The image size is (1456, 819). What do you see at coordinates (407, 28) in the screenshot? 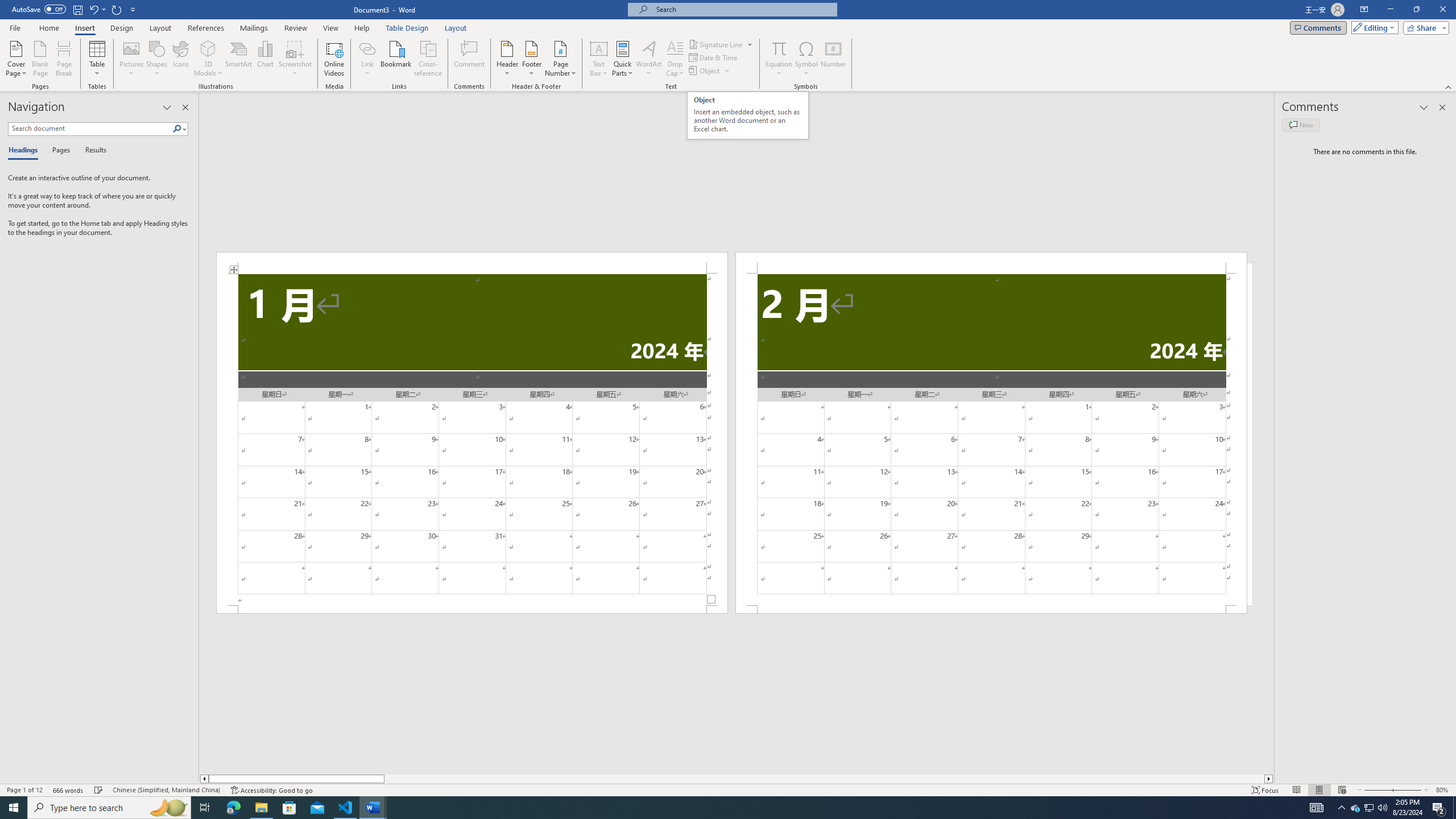
I see `'Table Design'` at bounding box center [407, 28].